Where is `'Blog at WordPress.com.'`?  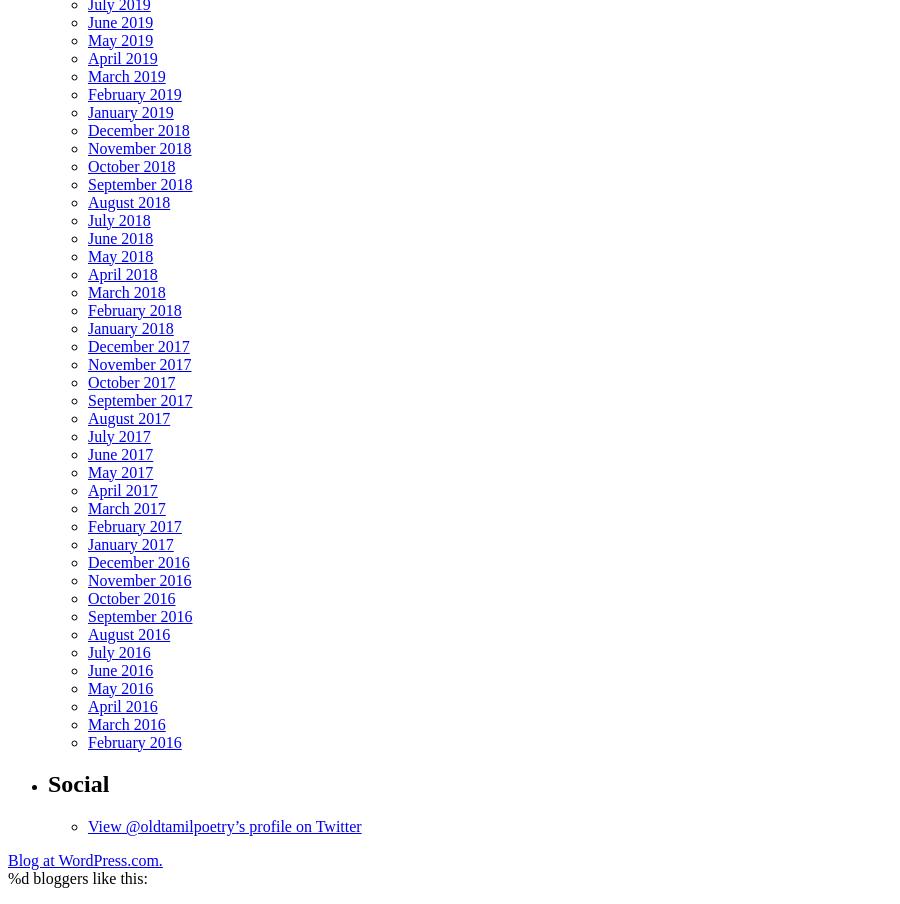
'Blog at WordPress.com.' is located at coordinates (7, 860).